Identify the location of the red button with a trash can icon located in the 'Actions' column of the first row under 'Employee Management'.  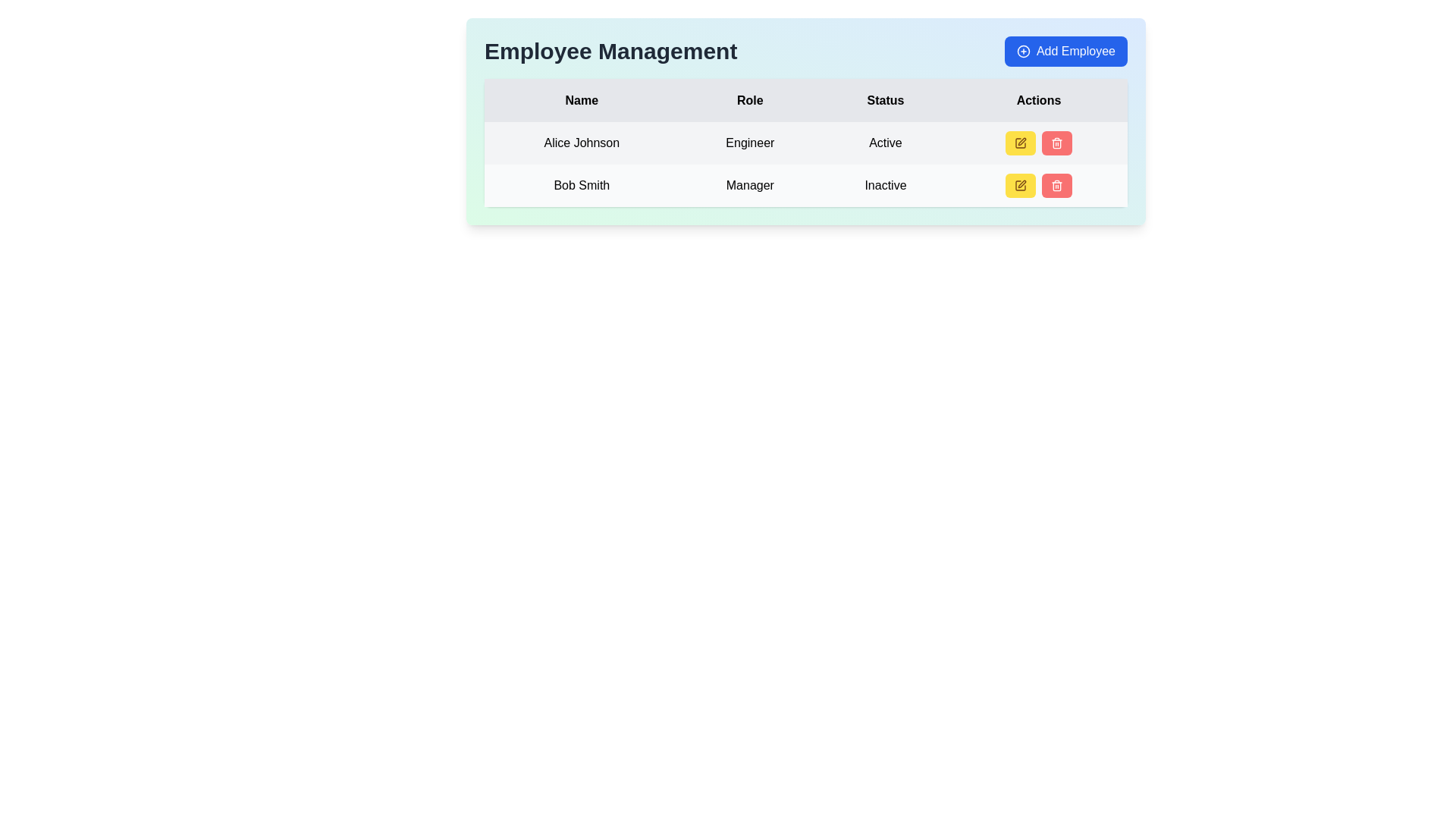
(1055, 143).